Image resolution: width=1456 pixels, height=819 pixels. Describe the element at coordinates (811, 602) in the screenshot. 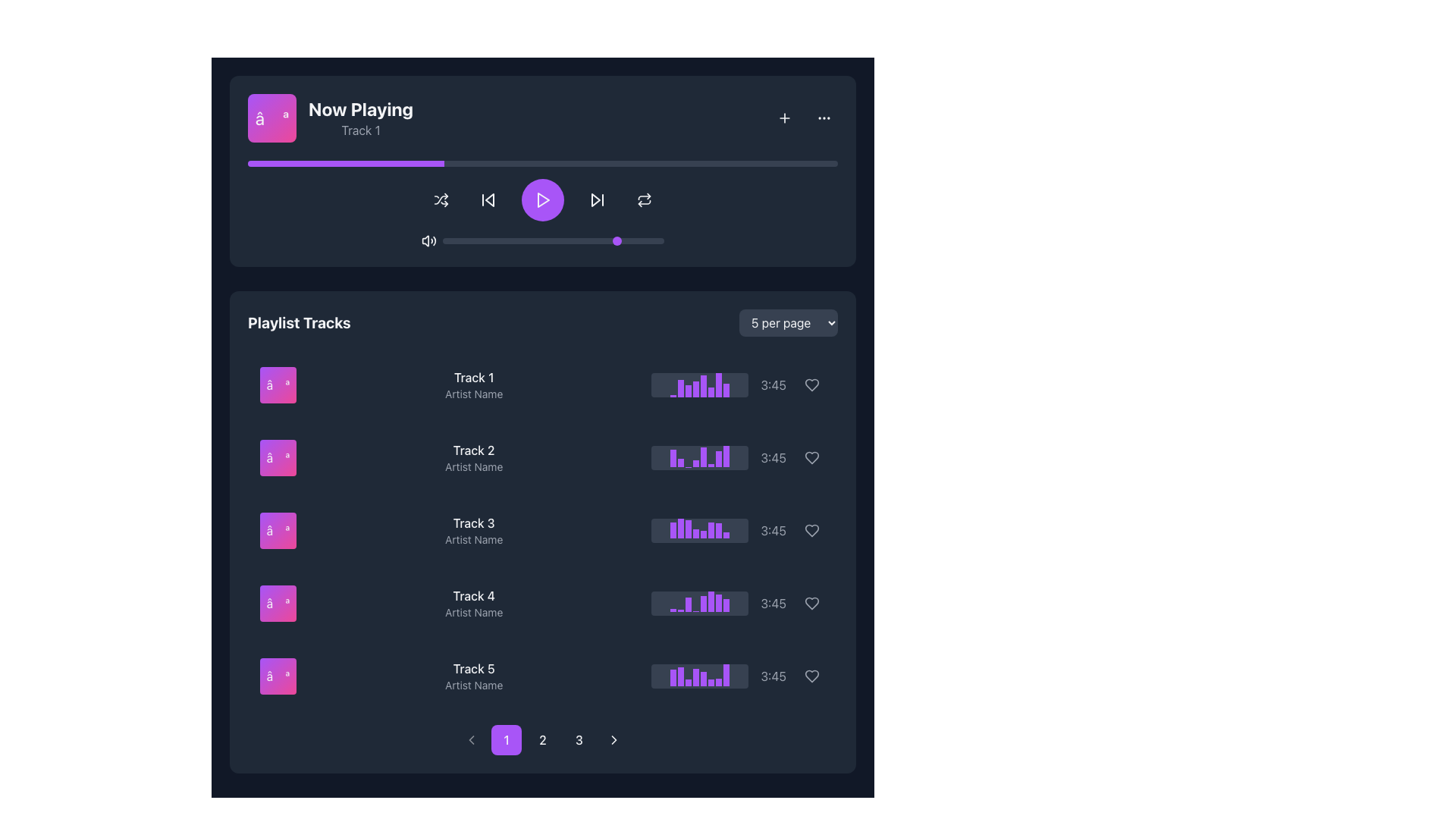

I see `the heart-shaped outline icon in the 'Playlist Tracks' section` at that location.